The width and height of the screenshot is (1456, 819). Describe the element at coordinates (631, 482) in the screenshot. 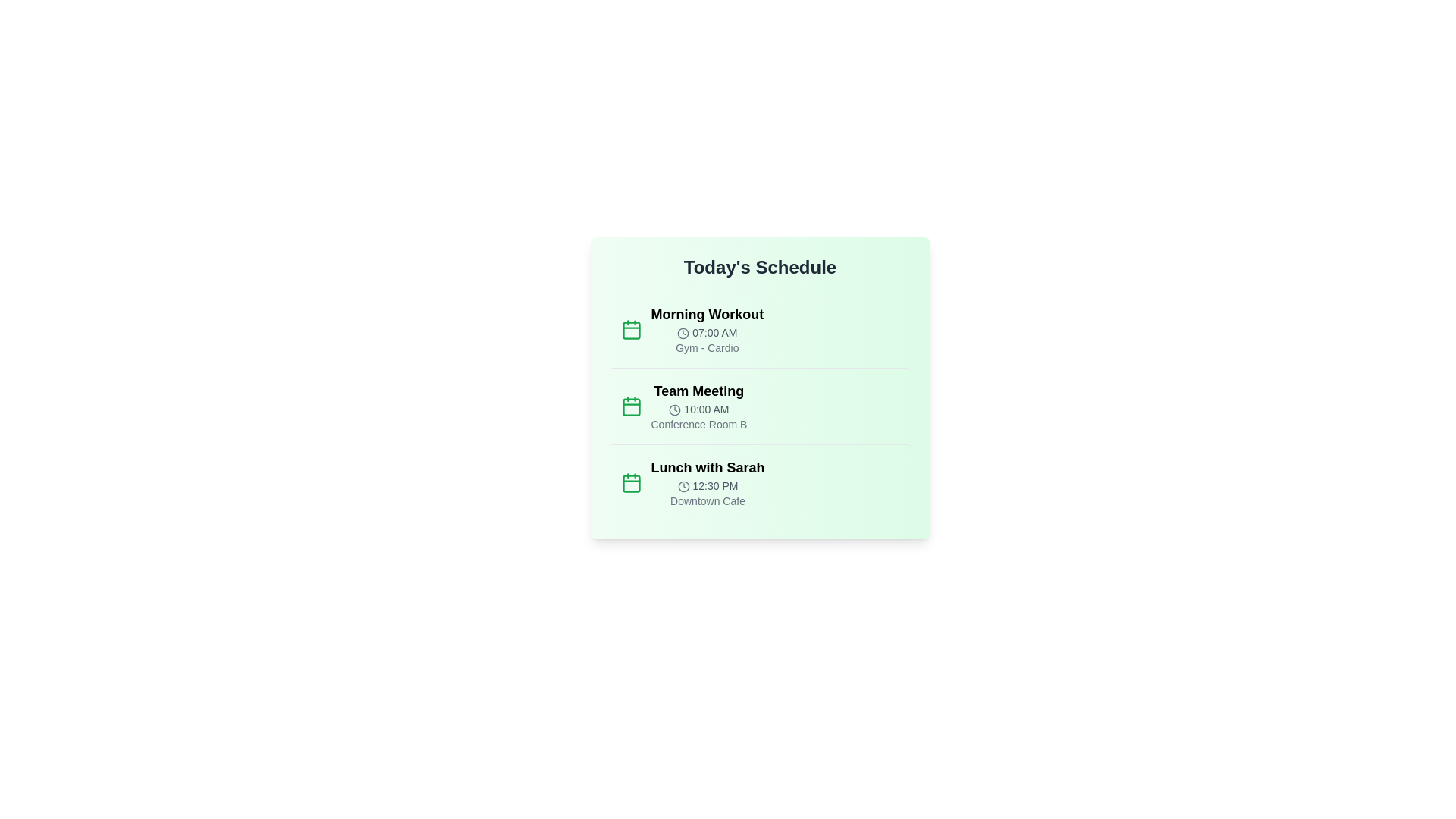

I see `the calendar icon for the Lunch with Sarah event` at that location.